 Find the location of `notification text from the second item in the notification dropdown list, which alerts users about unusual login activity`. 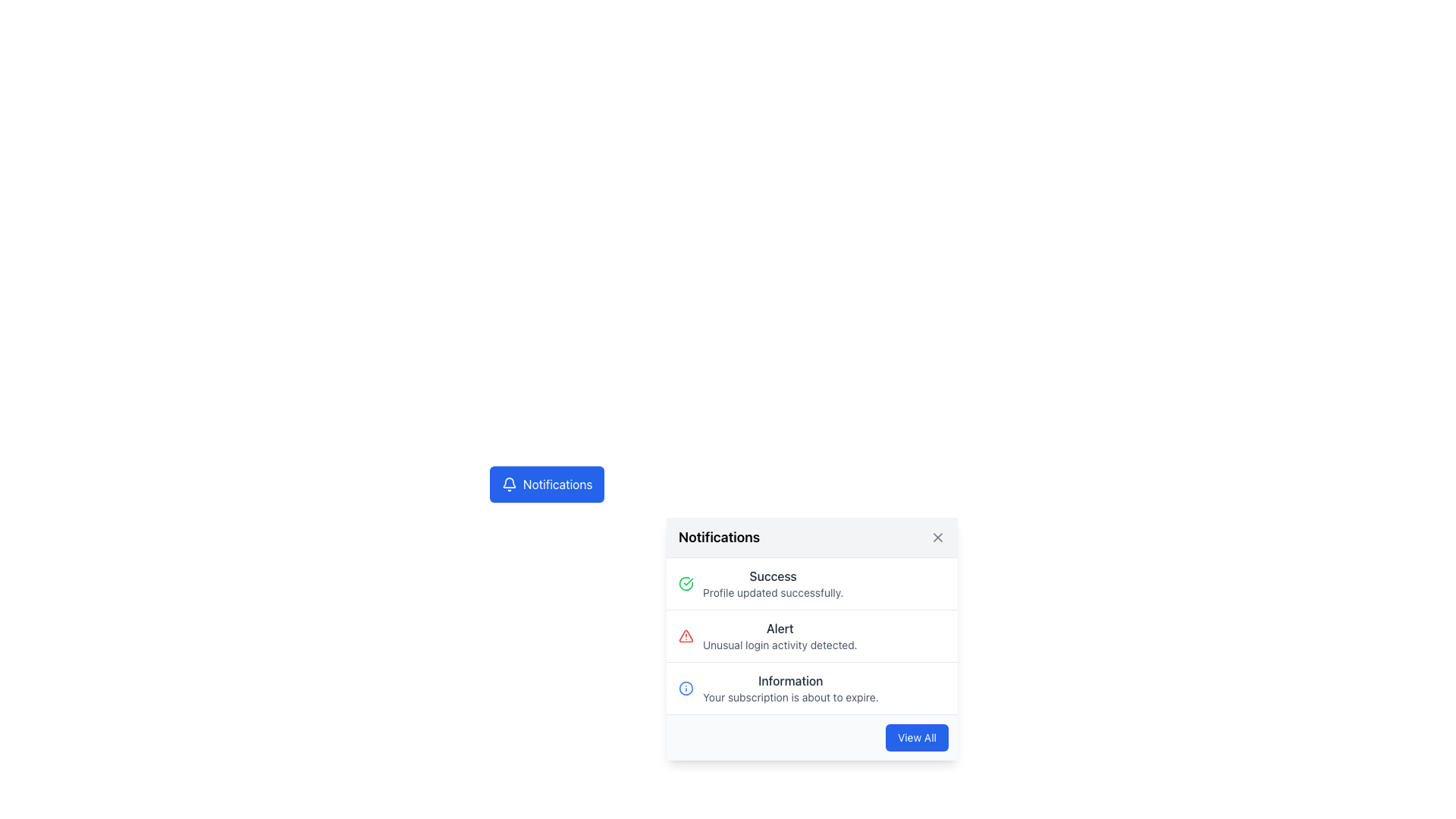

notification text from the second item in the notification dropdown list, which alerts users about unusual login activity is located at coordinates (811, 639).